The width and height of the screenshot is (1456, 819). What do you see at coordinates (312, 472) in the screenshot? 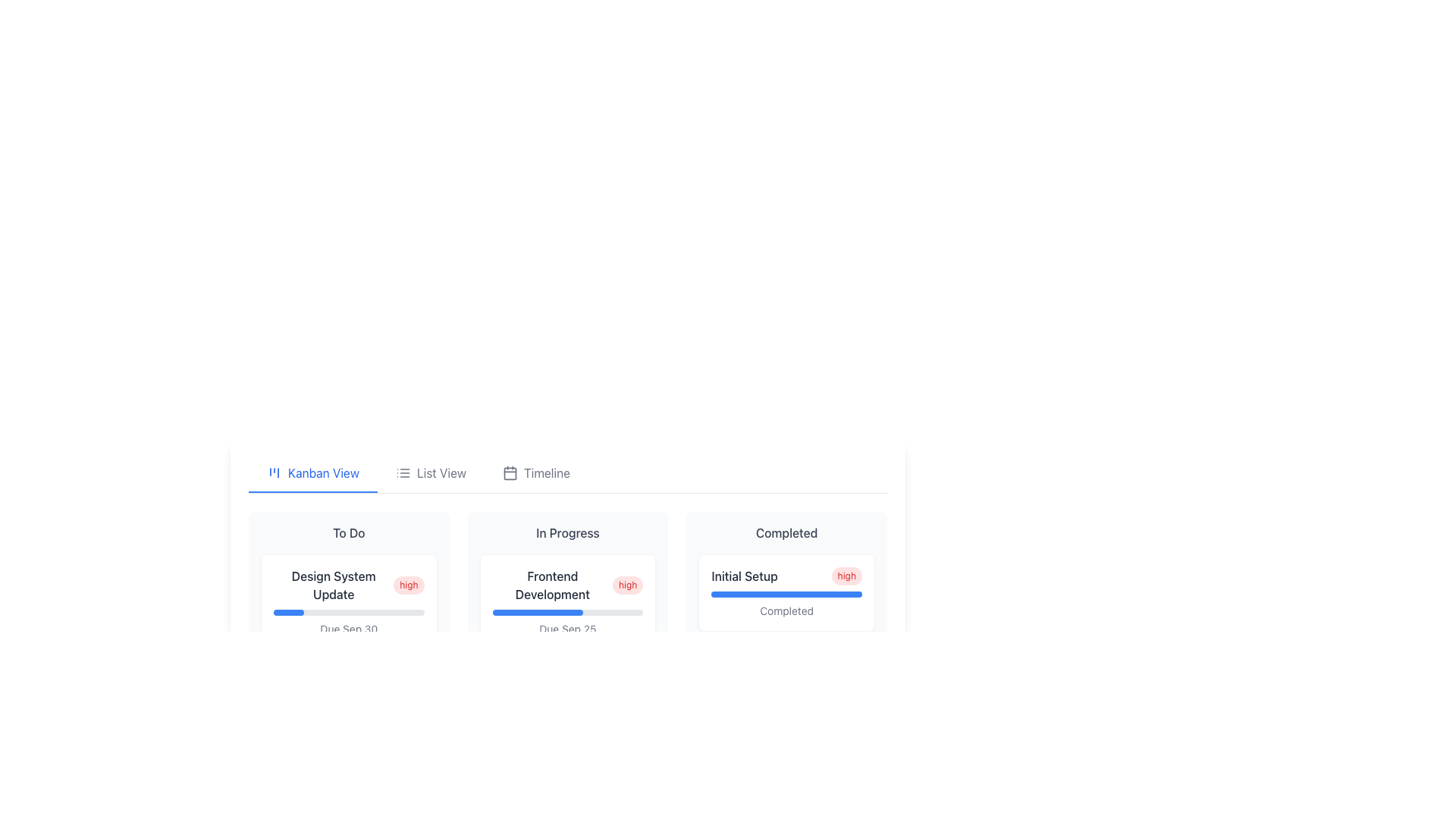
I see `the 'Kanban View' navigation tab, which is the first option in the tab bar and has a blue underline indicating it is active` at bounding box center [312, 472].